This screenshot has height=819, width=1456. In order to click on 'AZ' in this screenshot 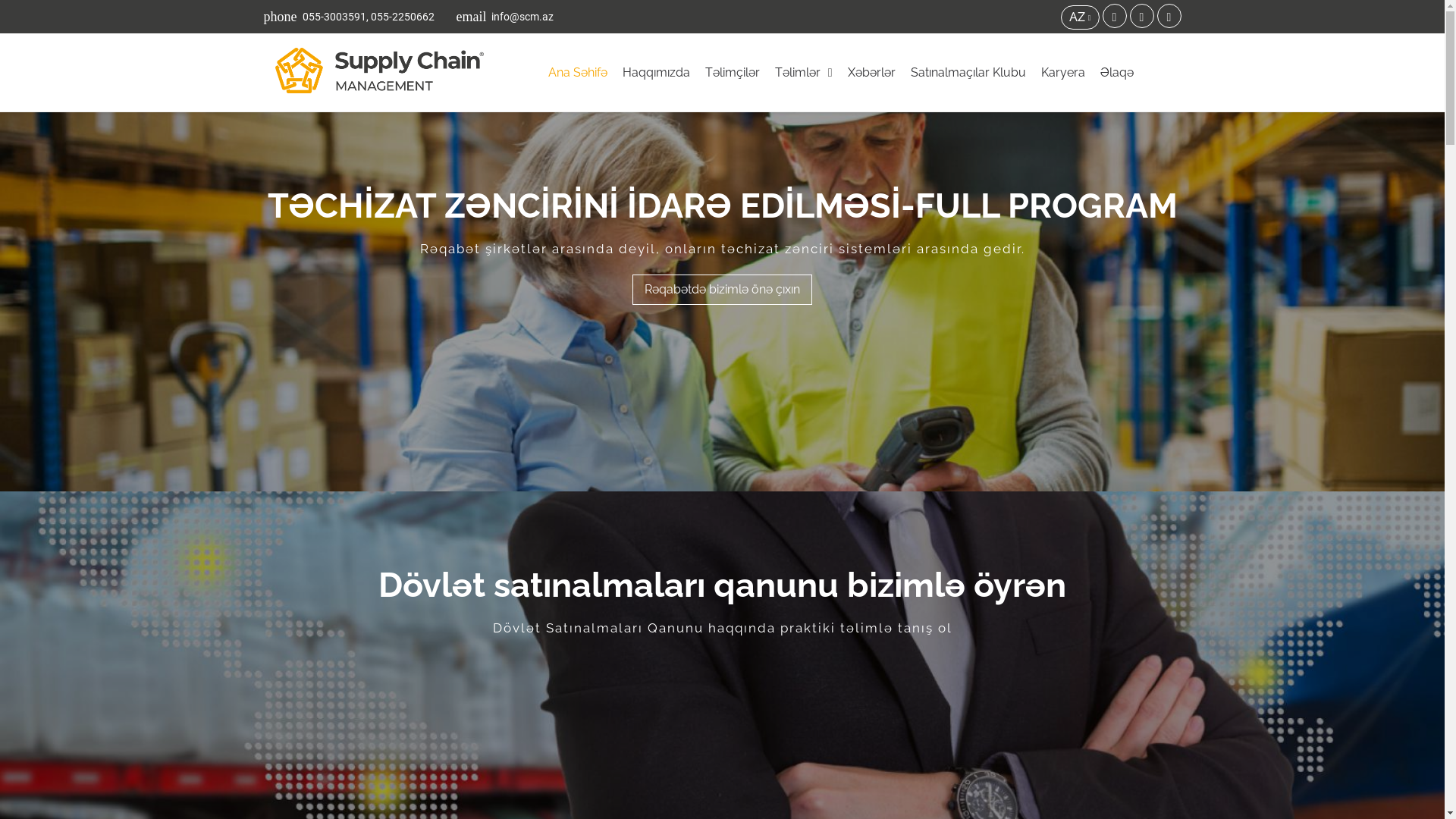, I will do `click(1059, 17)`.